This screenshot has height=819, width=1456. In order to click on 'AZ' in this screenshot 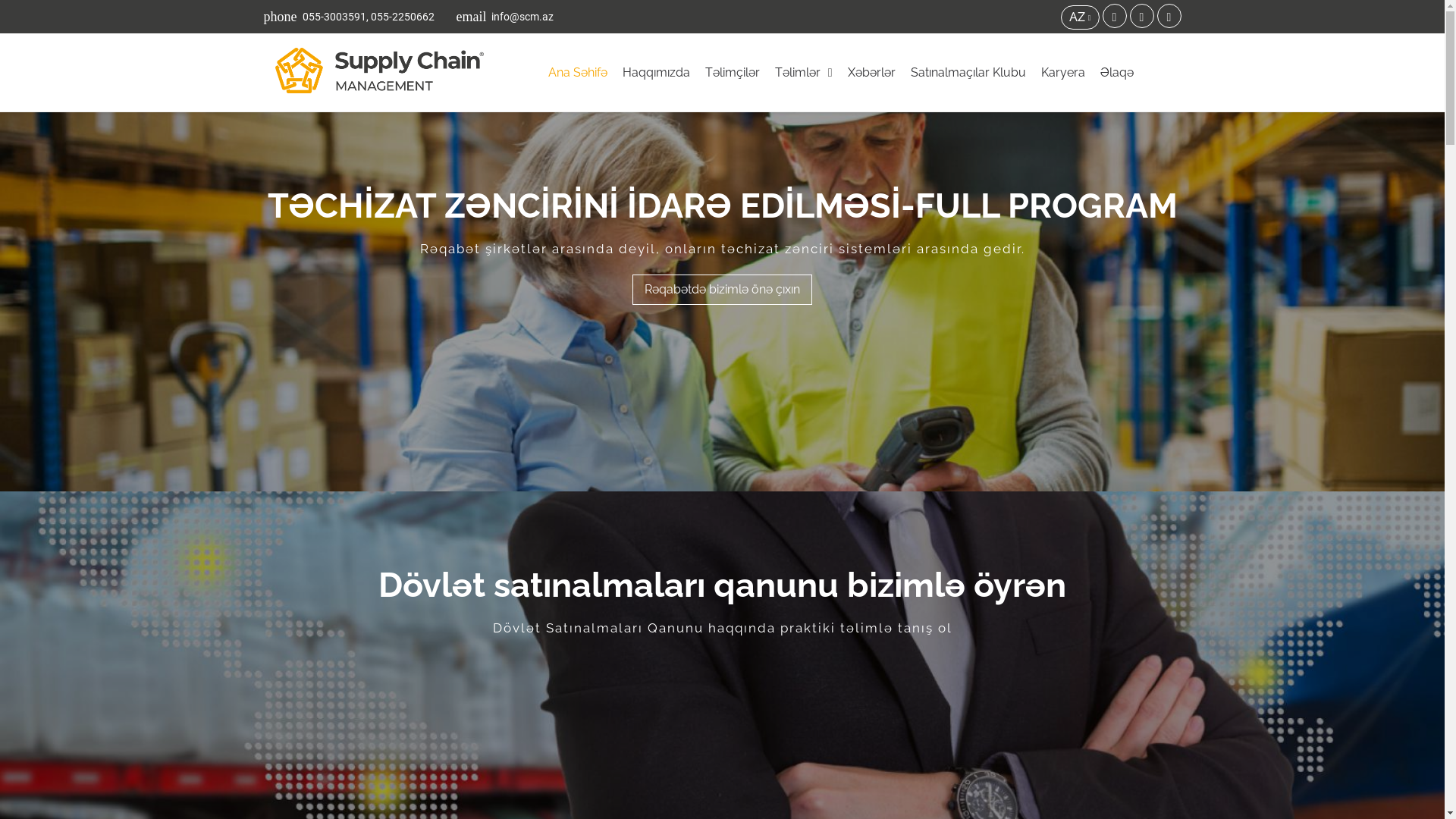, I will do `click(1059, 17)`.